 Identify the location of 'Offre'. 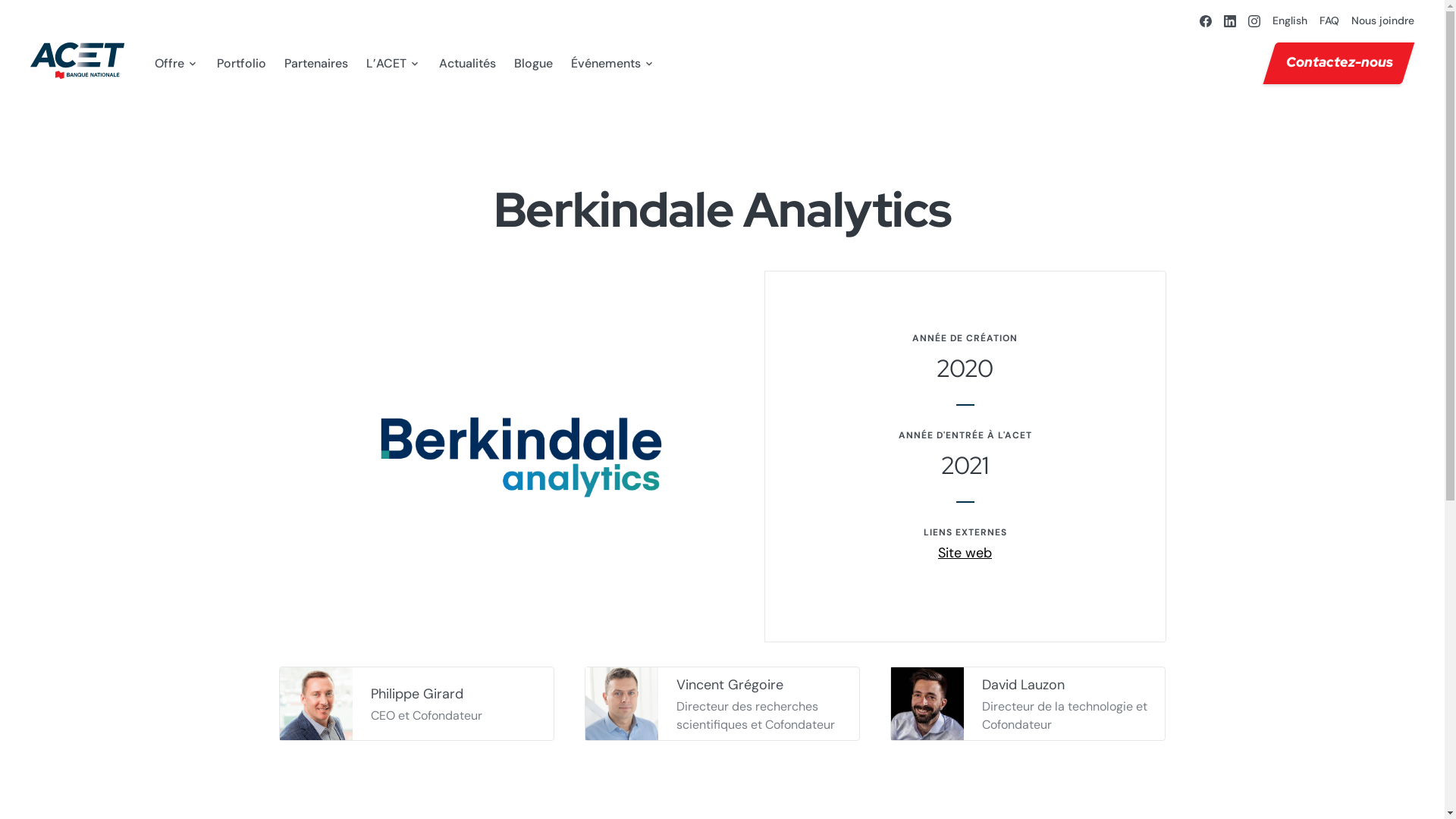
(177, 62).